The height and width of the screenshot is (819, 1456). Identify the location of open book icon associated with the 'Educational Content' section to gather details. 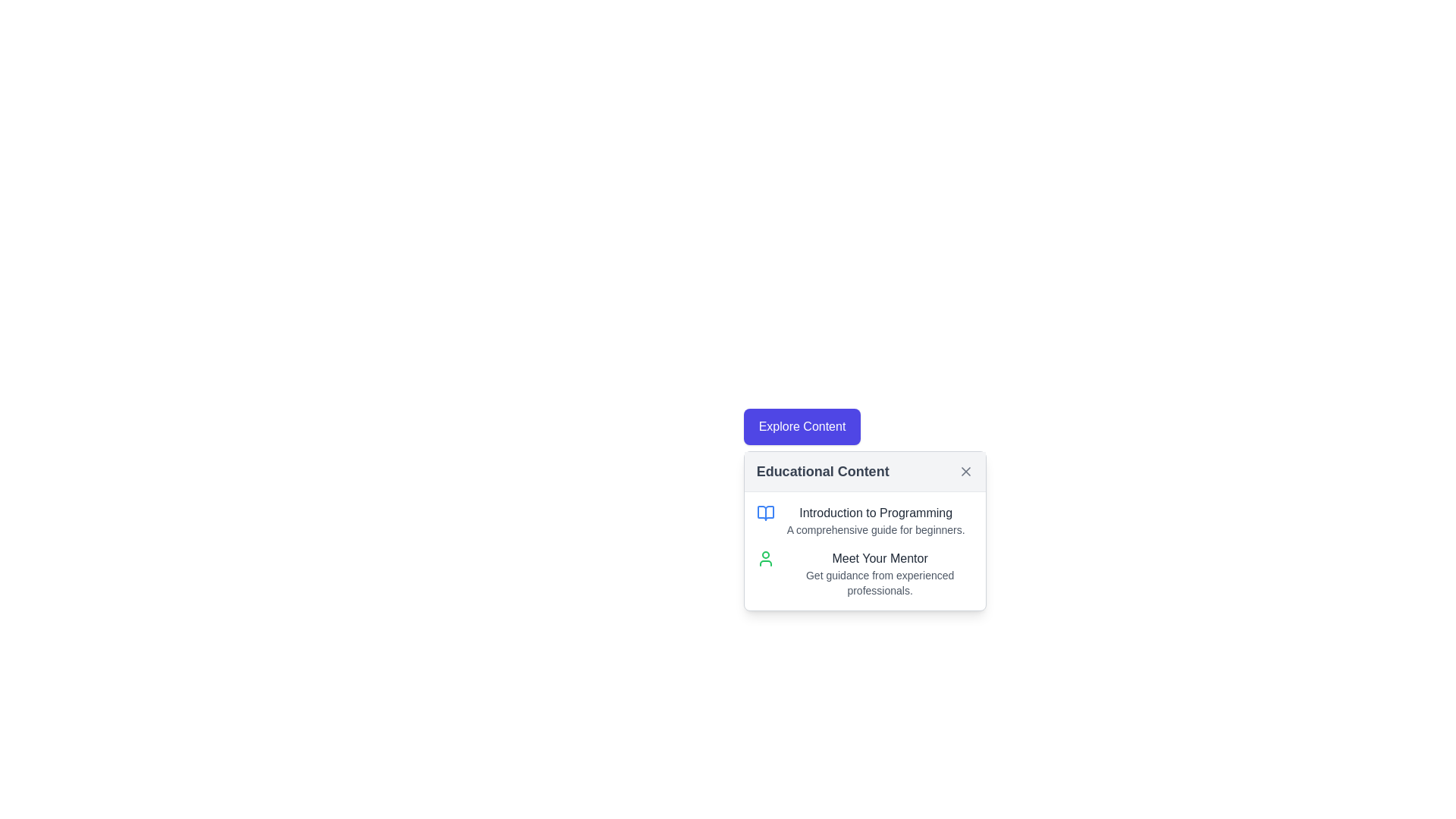
(765, 513).